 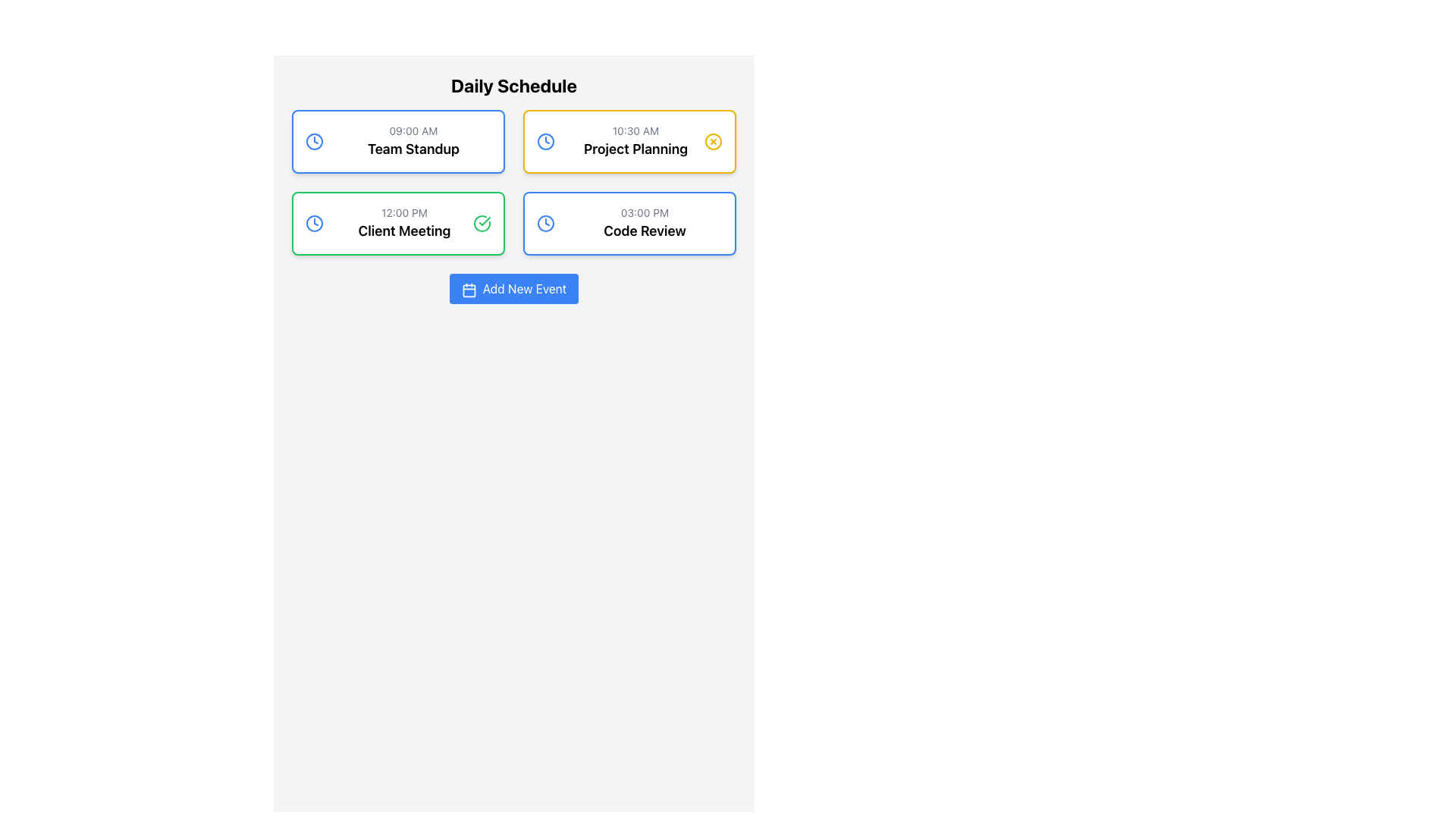 I want to click on the meeting schedule element displaying '09:00 AM' and 'Team Standup' for keyboard navigation, so click(x=413, y=141).